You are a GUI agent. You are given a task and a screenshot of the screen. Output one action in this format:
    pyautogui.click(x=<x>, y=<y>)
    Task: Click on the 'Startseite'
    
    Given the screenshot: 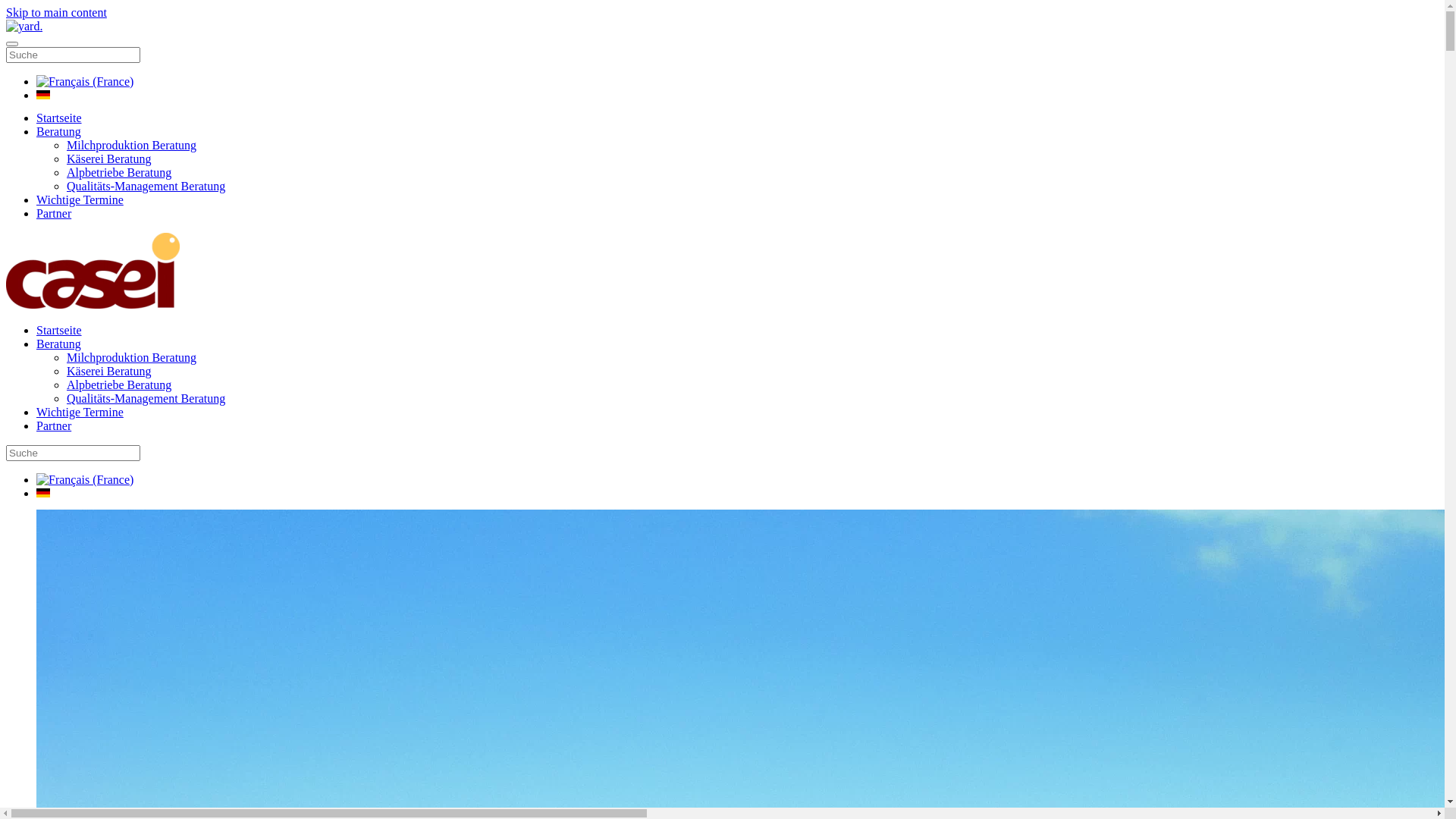 What is the action you would take?
    pyautogui.click(x=58, y=329)
    